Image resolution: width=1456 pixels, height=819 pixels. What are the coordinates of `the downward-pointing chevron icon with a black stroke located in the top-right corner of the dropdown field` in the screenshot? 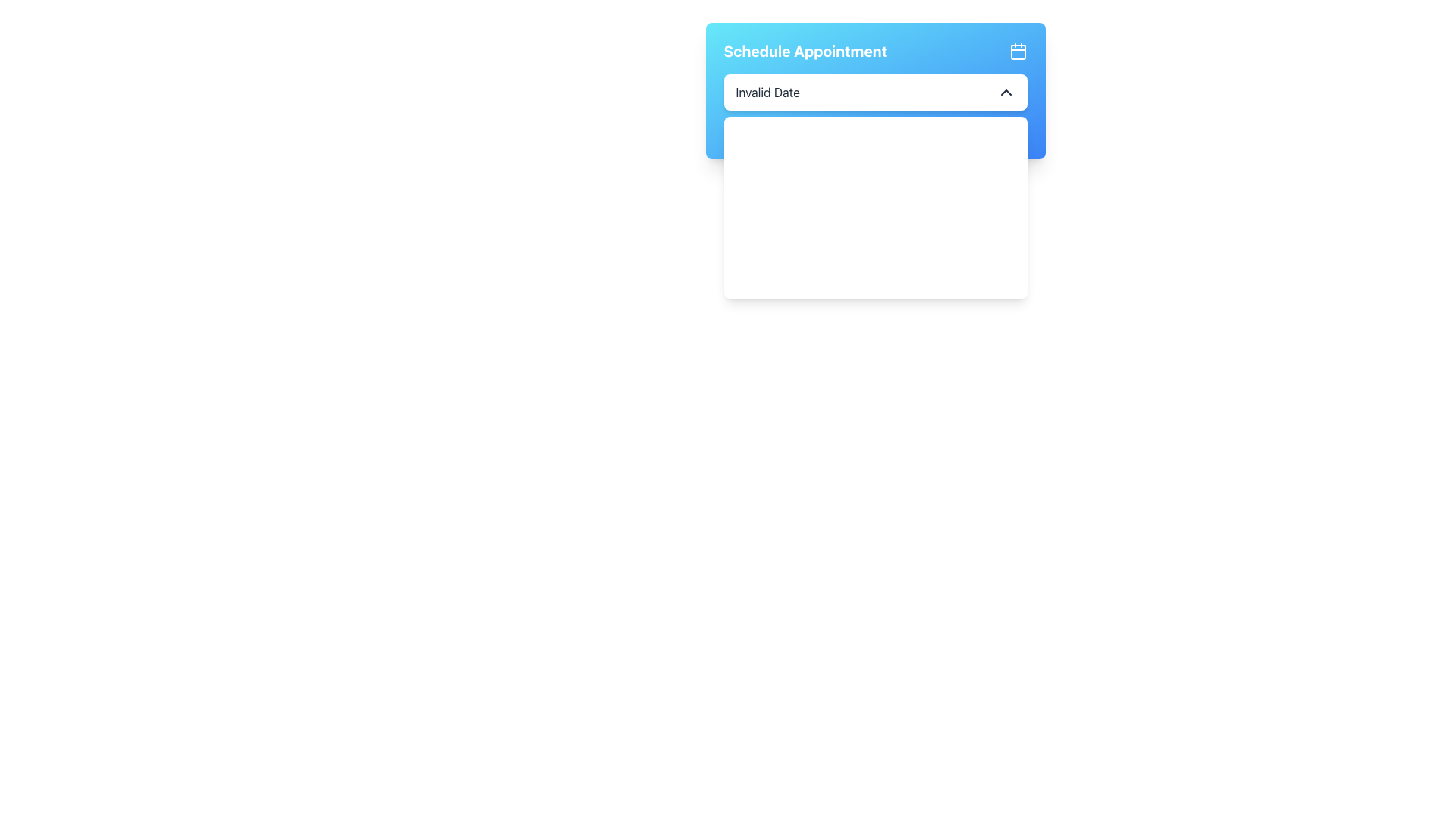 It's located at (1006, 93).